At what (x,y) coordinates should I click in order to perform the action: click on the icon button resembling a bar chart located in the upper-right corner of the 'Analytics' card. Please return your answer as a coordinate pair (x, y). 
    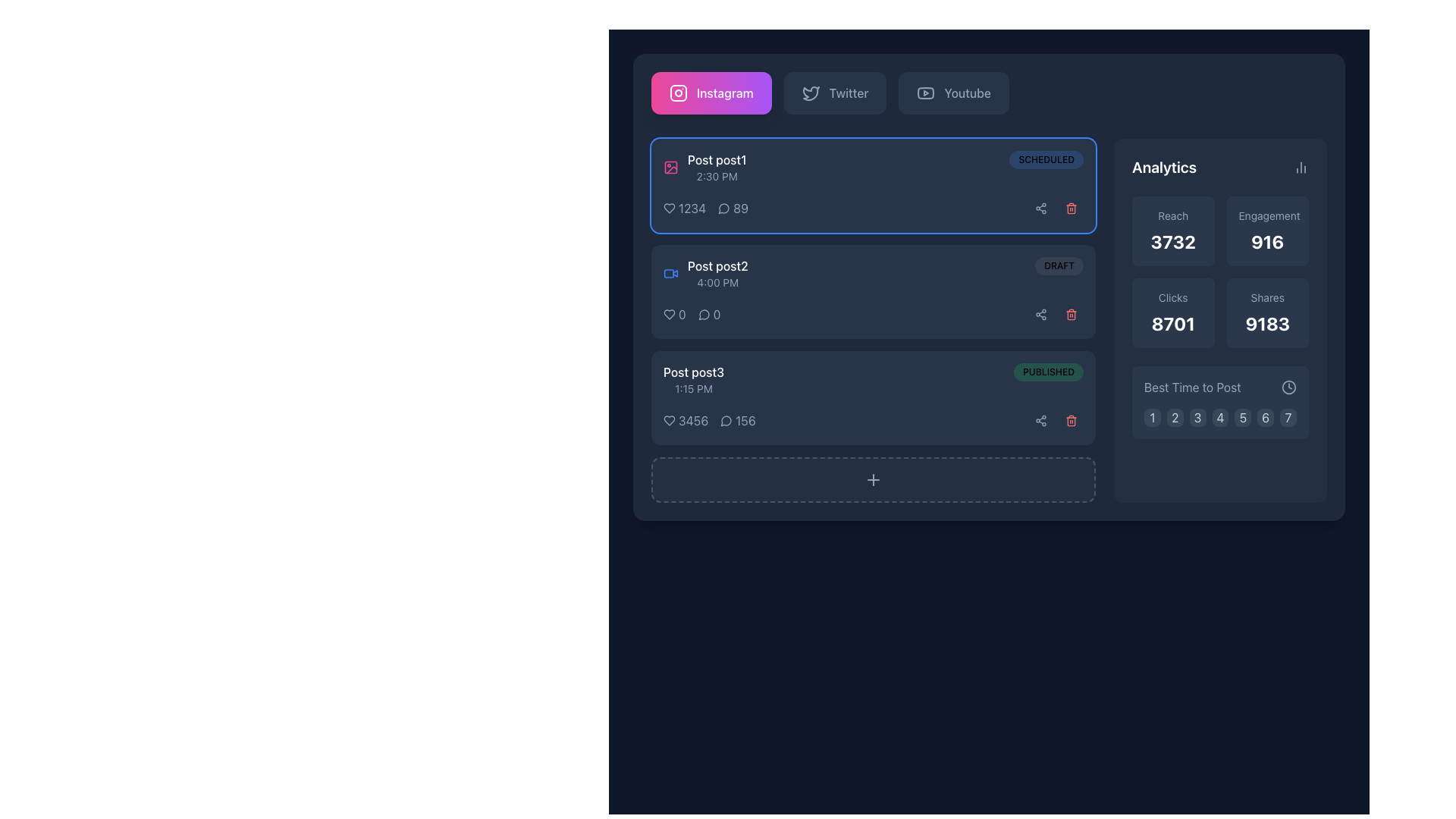
    Looking at the image, I should click on (1301, 167).